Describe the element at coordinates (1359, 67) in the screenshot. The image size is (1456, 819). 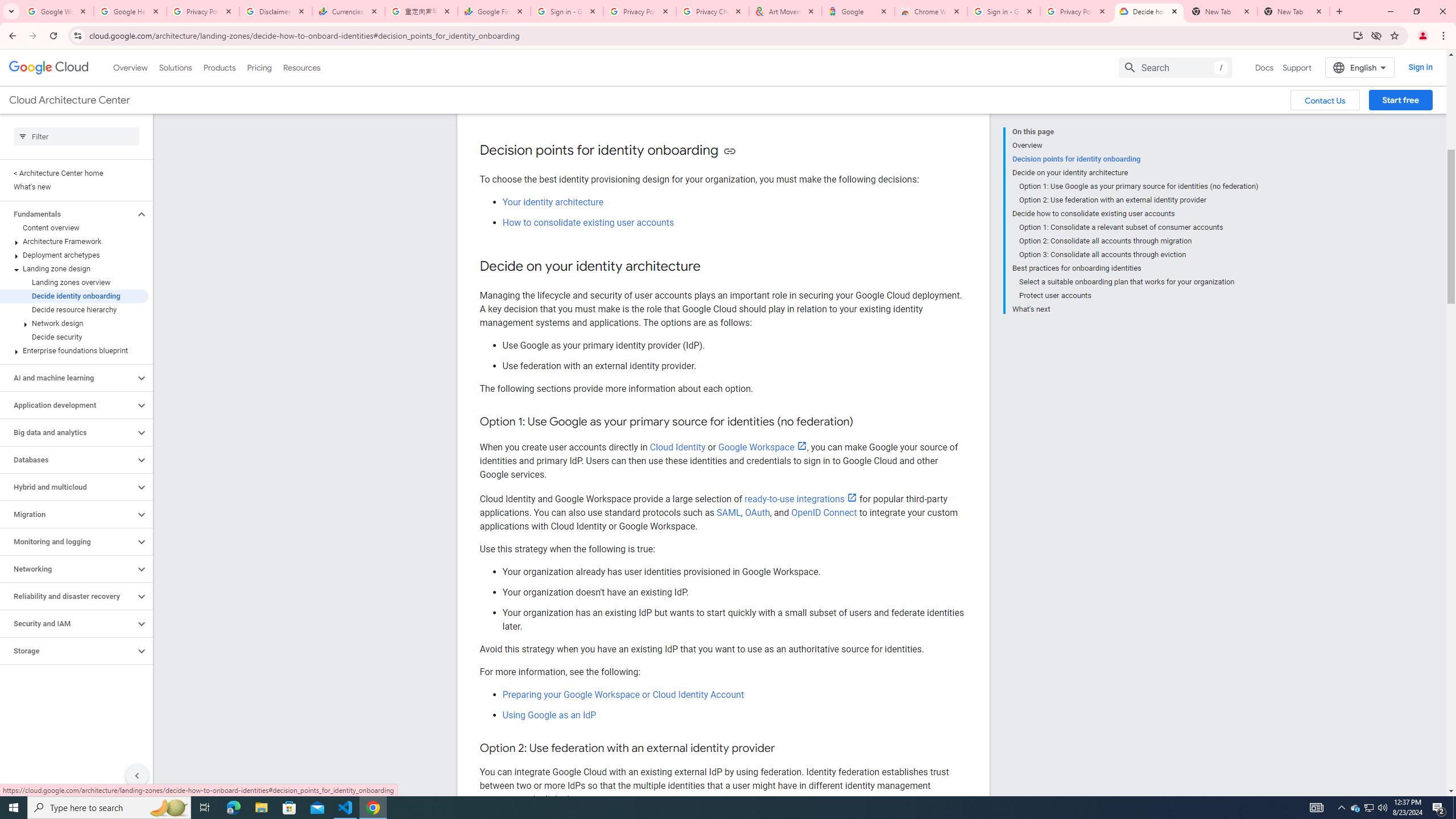
I see `'English'` at that location.